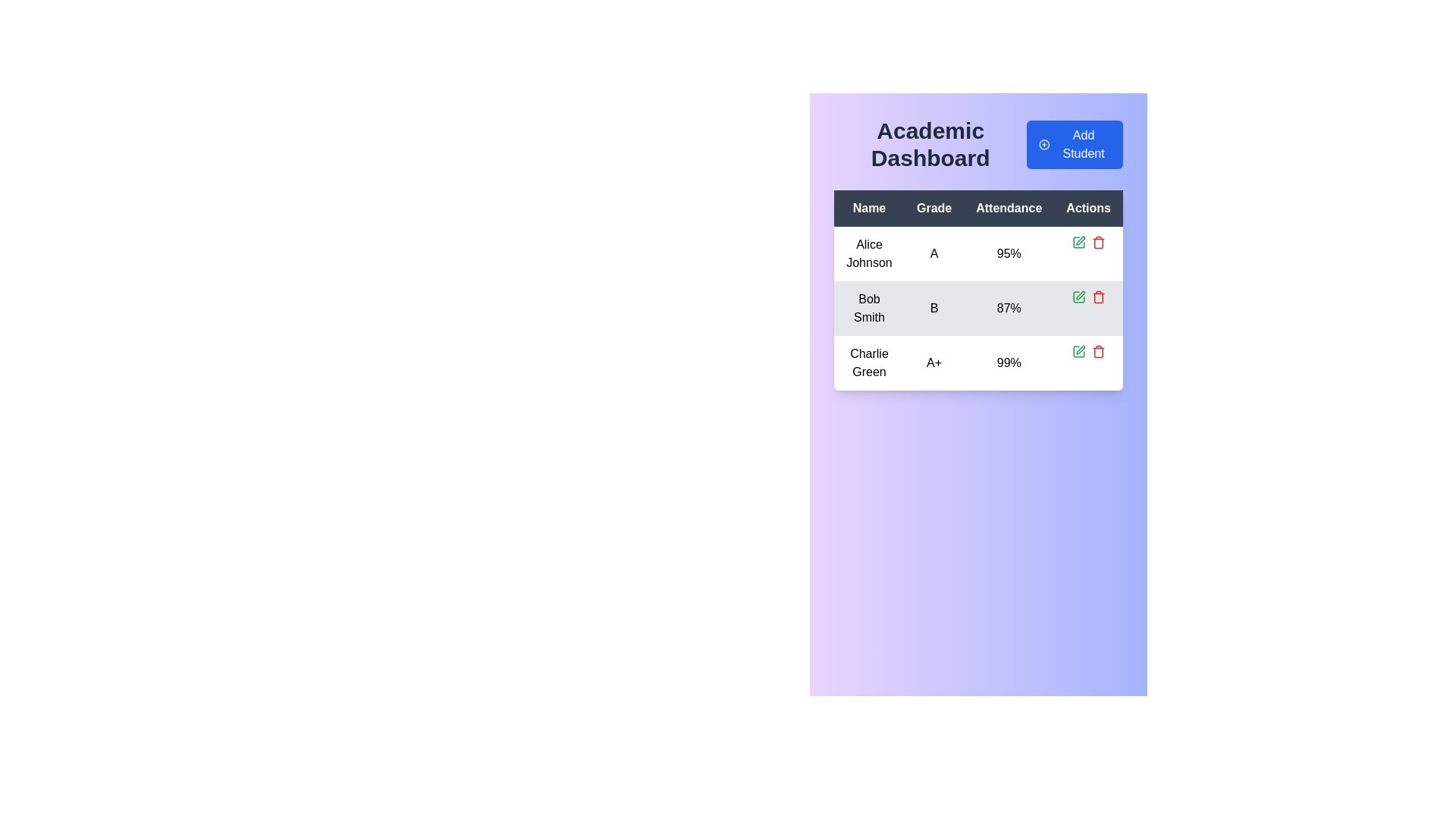 The image size is (1456, 819). I want to click on the text component displaying the letter 'A' in the 'Grade' column for student Alice Johnson in the Academic Dashboard, so click(934, 253).